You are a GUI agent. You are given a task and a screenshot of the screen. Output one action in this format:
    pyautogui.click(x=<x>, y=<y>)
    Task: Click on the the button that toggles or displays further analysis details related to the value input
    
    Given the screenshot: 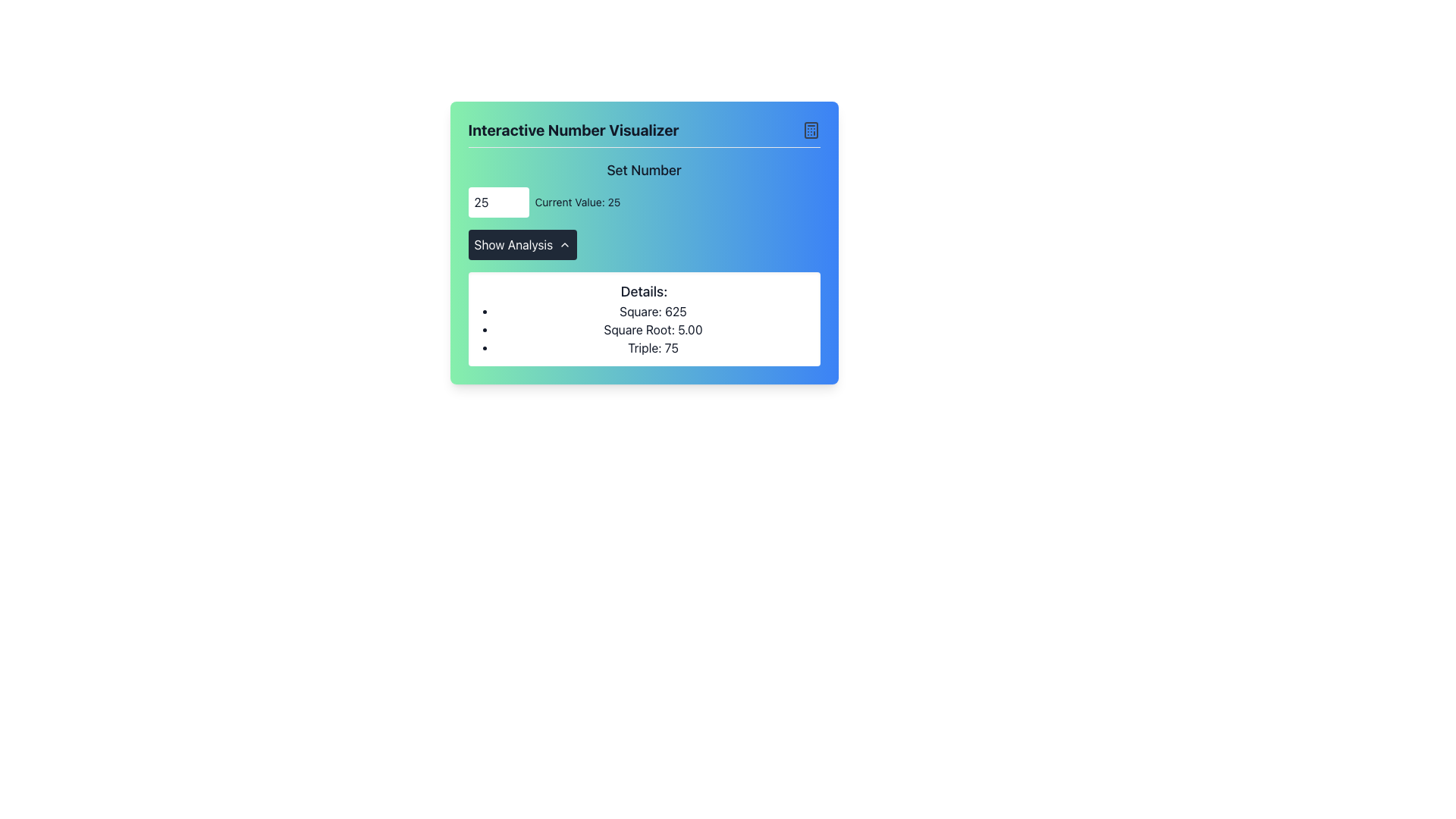 What is the action you would take?
    pyautogui.click(x=522, y=244)
    